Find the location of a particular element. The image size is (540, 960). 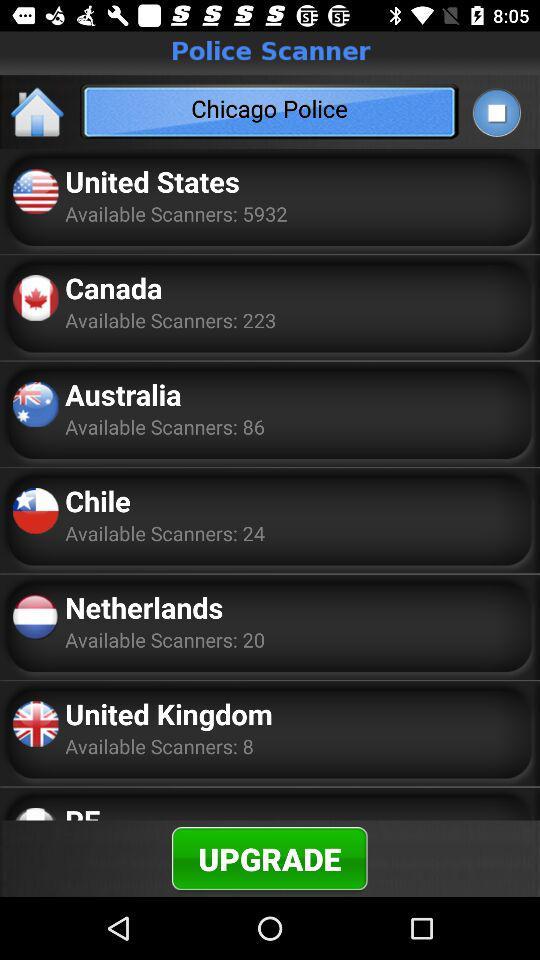

chile icon is located at coordinates (97, 499).